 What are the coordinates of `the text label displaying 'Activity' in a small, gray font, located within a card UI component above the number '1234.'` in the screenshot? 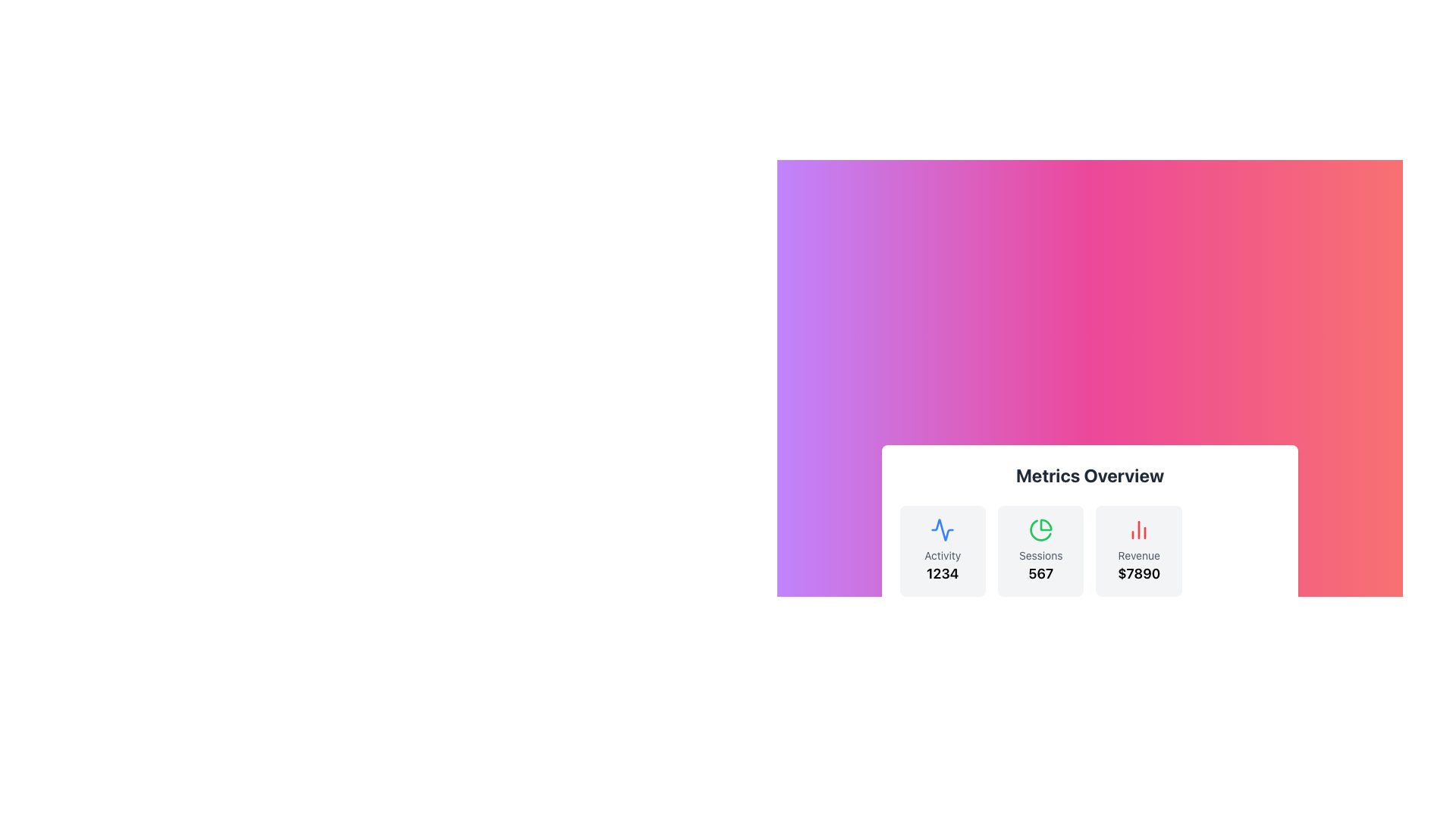 It's located at (942, 555).